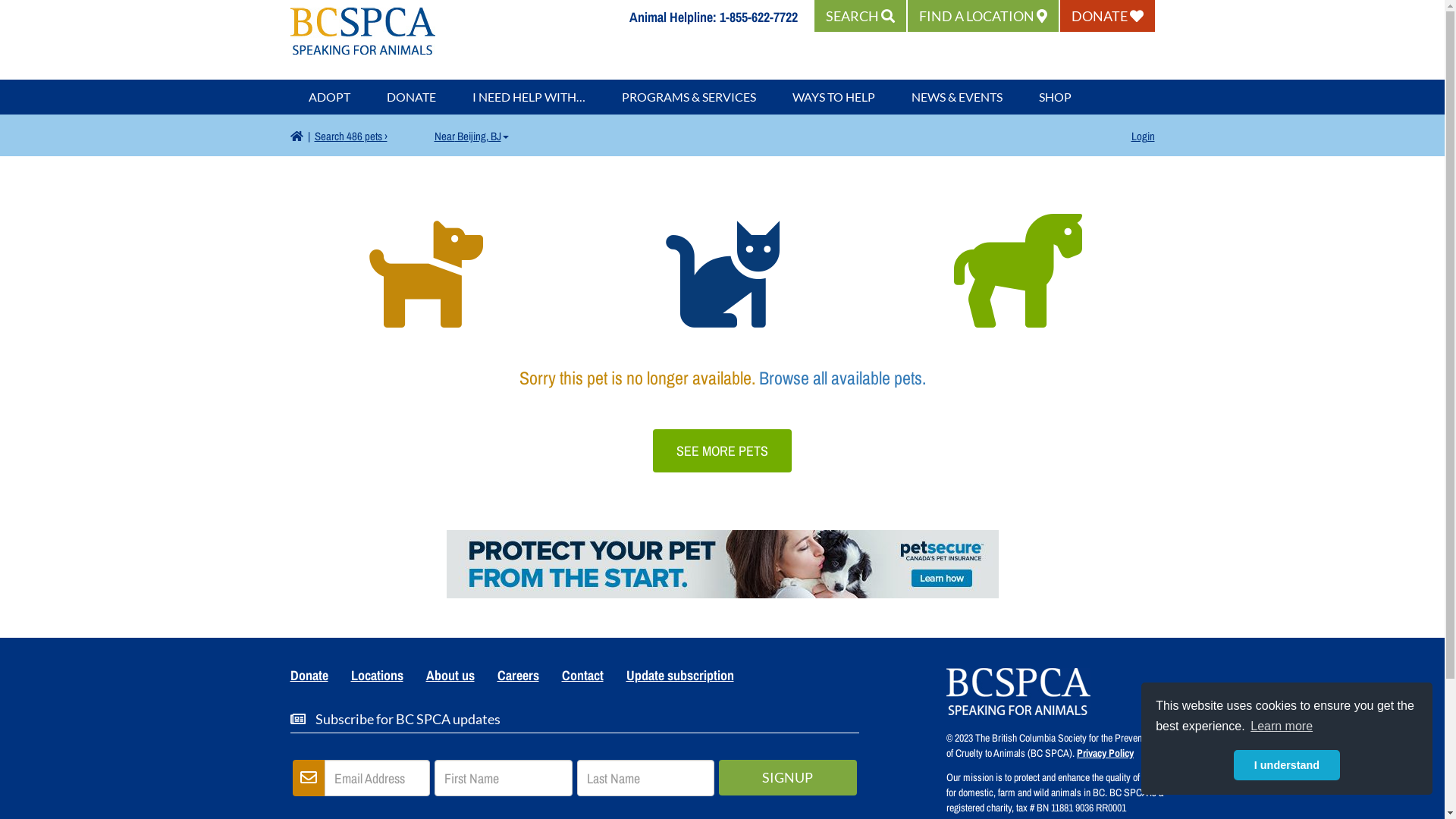 The width and height of the screenshot is (1456, 819). Describe the element at coordinates (721, 450) in the screenshot. I see `'SEE MORE PETS'` at that location.